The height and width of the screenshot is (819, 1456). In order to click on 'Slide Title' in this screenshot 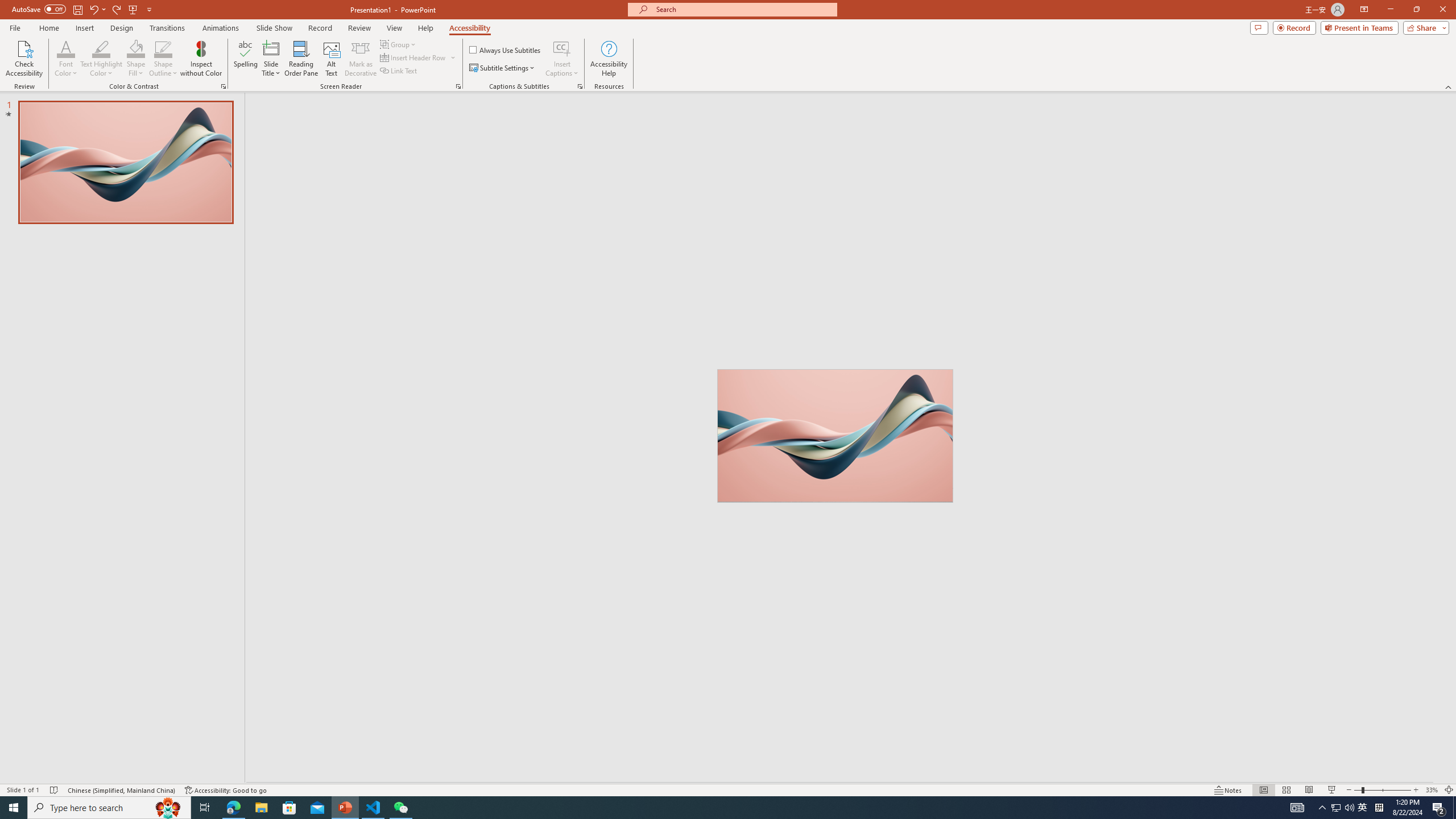, I will do `click(271, 48)`.